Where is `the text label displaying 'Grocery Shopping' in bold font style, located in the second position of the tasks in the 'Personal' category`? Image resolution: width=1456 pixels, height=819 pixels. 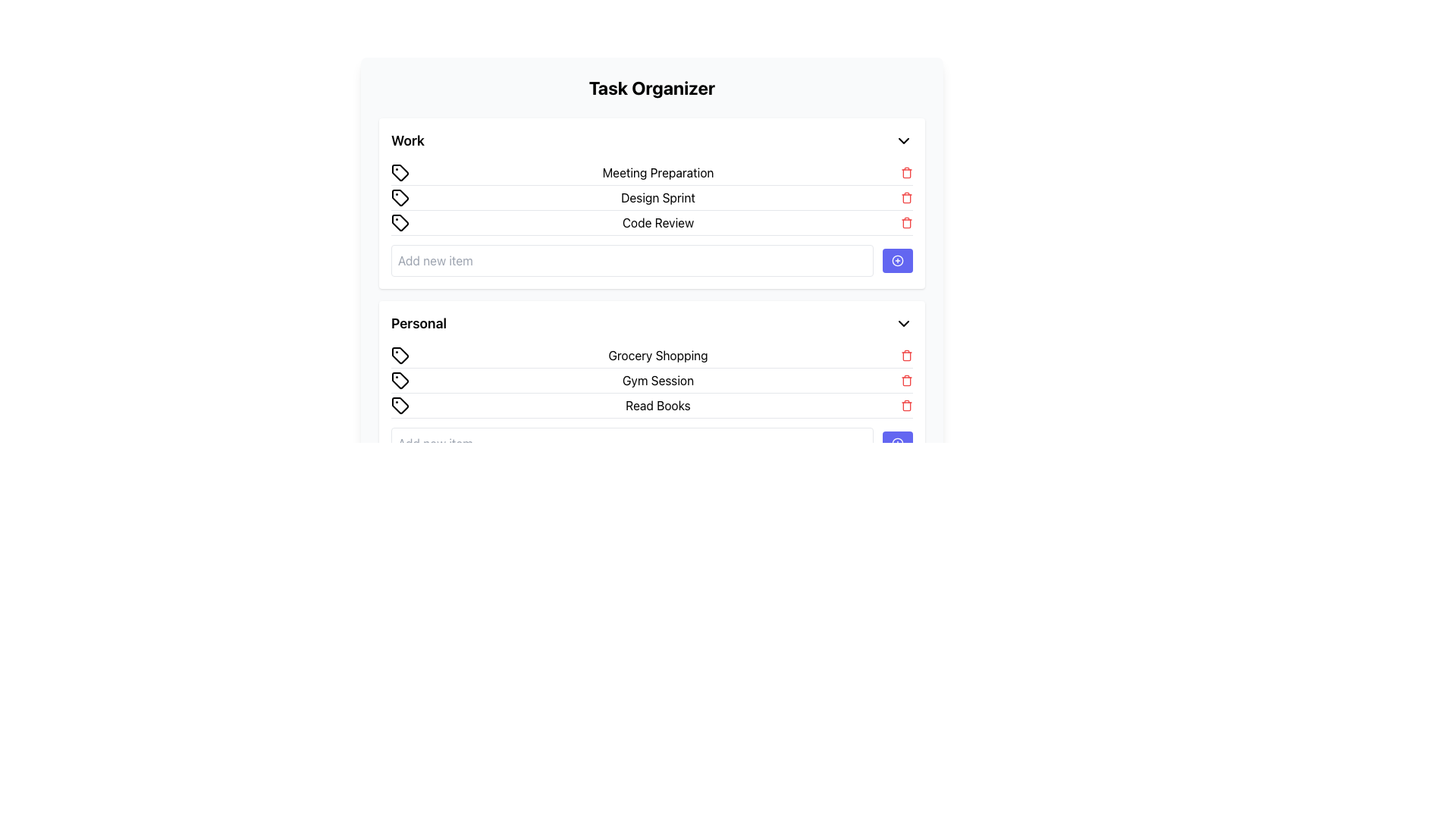
the text label displaying 'Grocery Shopping' in bold font style, located in the second position of the tasks in the 'Personal' category is located at coordinates (658, 356).